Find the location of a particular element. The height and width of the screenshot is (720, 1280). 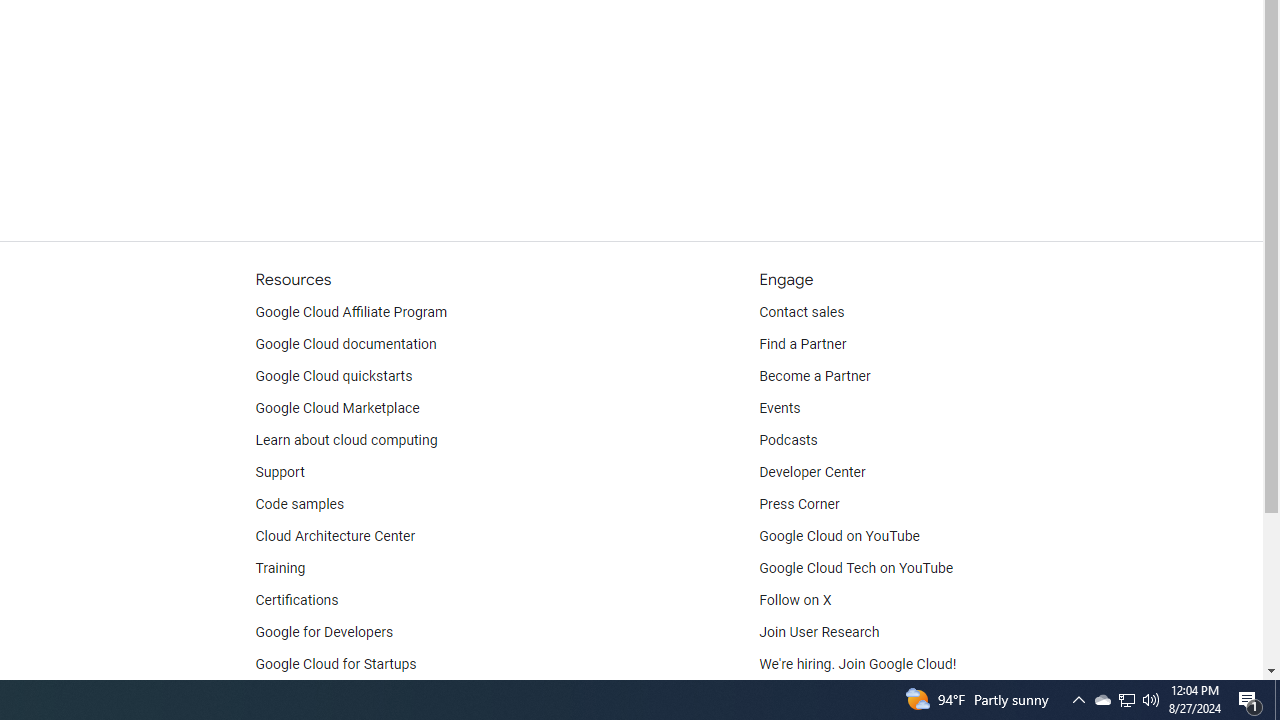

'Cloud Architecture Center' is located at coordinates (335, 536).